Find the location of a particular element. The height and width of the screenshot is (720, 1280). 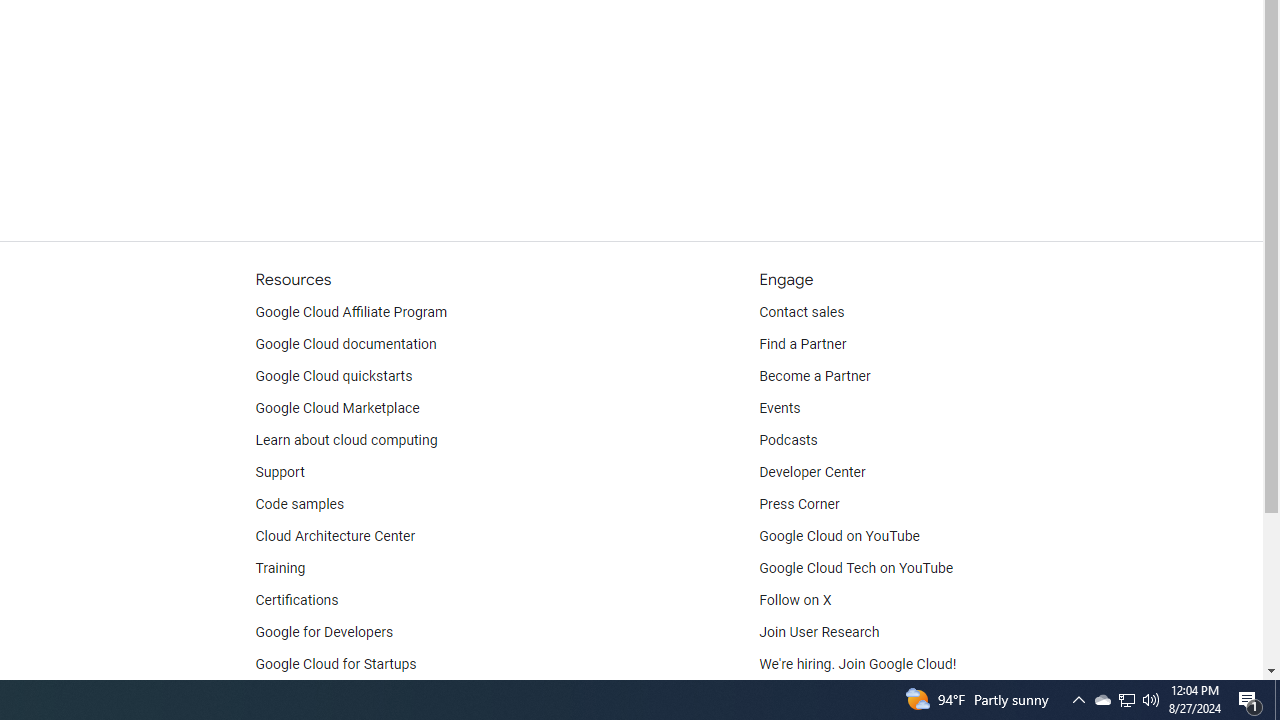

'Cloud Architecture Center' is located at coordinates (335, 536).